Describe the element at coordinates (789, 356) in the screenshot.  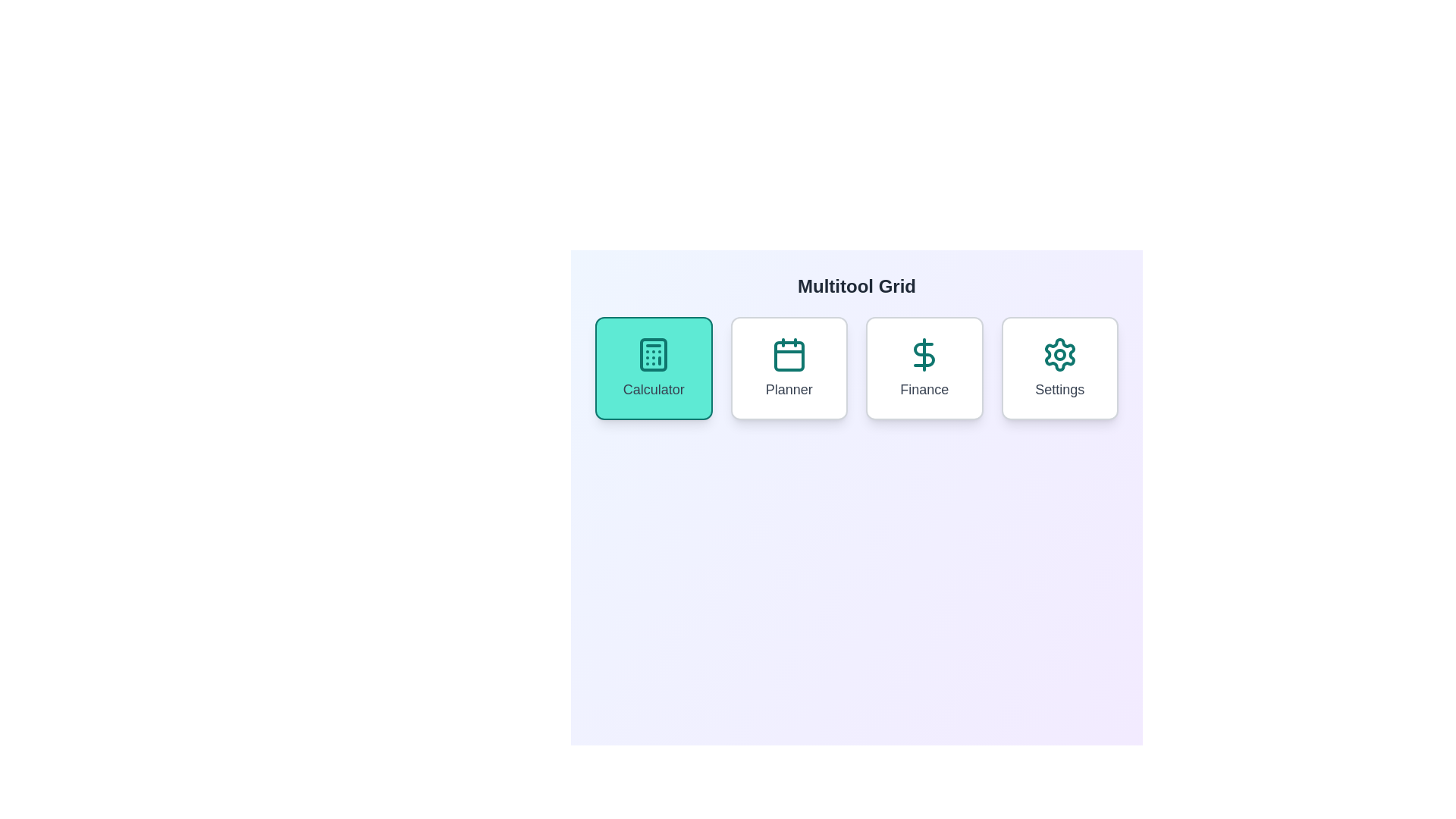
I see `the decorative graphical component located inside the calendar icon, which is the second item in the row of four icons labeled 'Planner'` at that location.